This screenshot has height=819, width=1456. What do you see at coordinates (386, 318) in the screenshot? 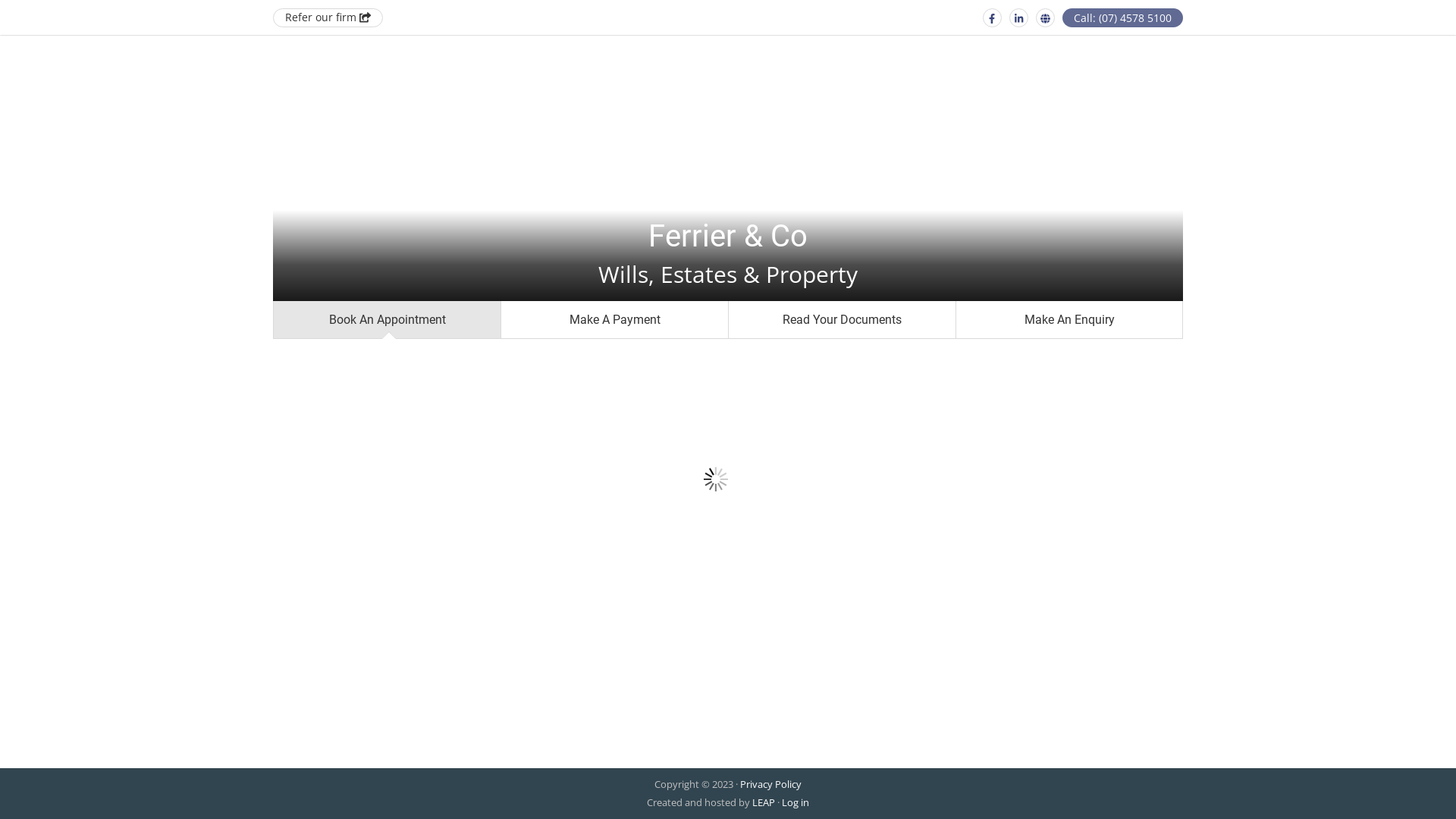
I see `'Book An Appointment'` at bounding box center [386, 318].